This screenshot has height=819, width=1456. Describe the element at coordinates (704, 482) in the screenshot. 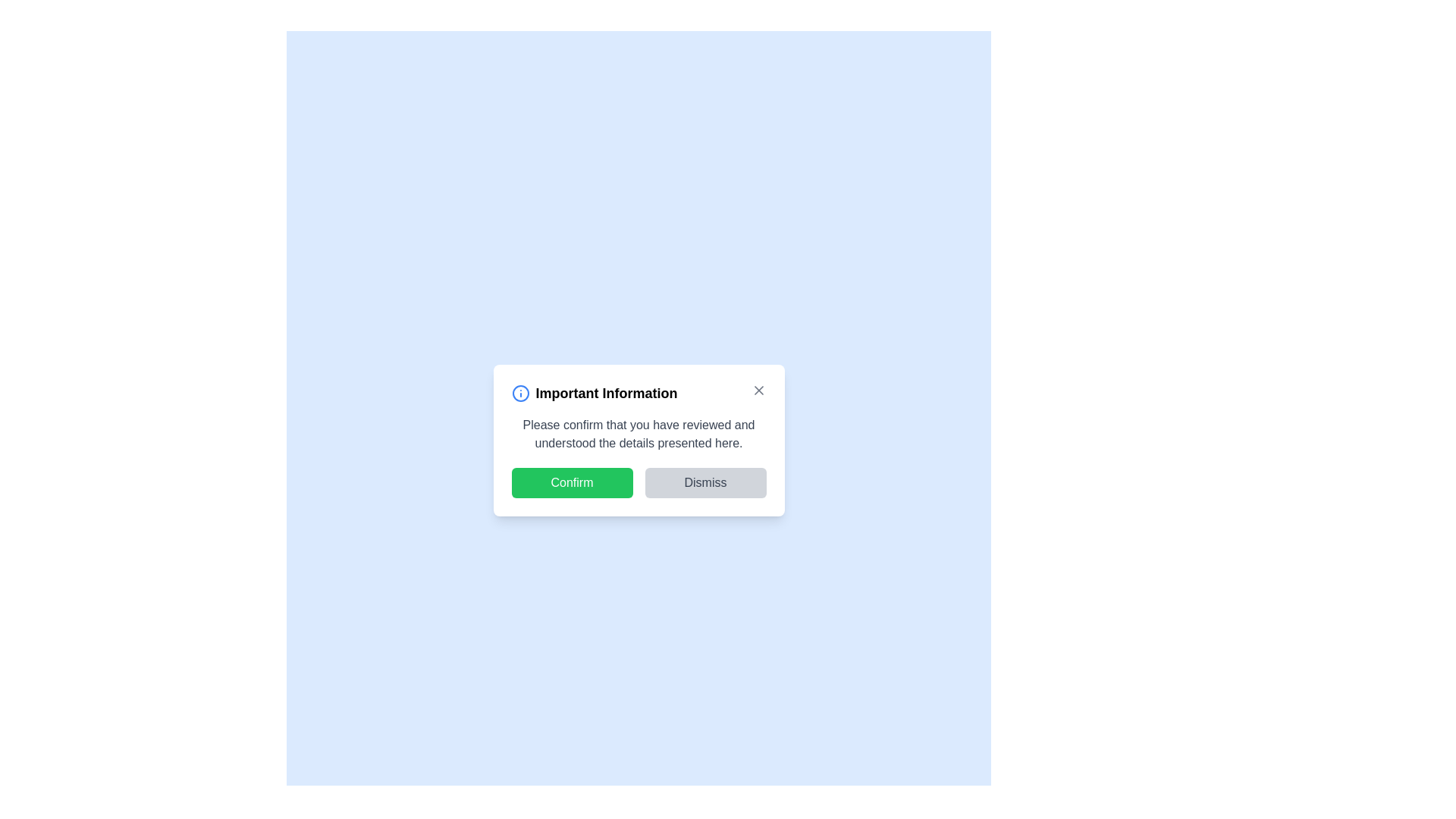

I see `the 'Dismiss' button, which is a rectangular button with a gray background and medium-sized black text, located on the right side of the button group below the modal dialog` at that location.